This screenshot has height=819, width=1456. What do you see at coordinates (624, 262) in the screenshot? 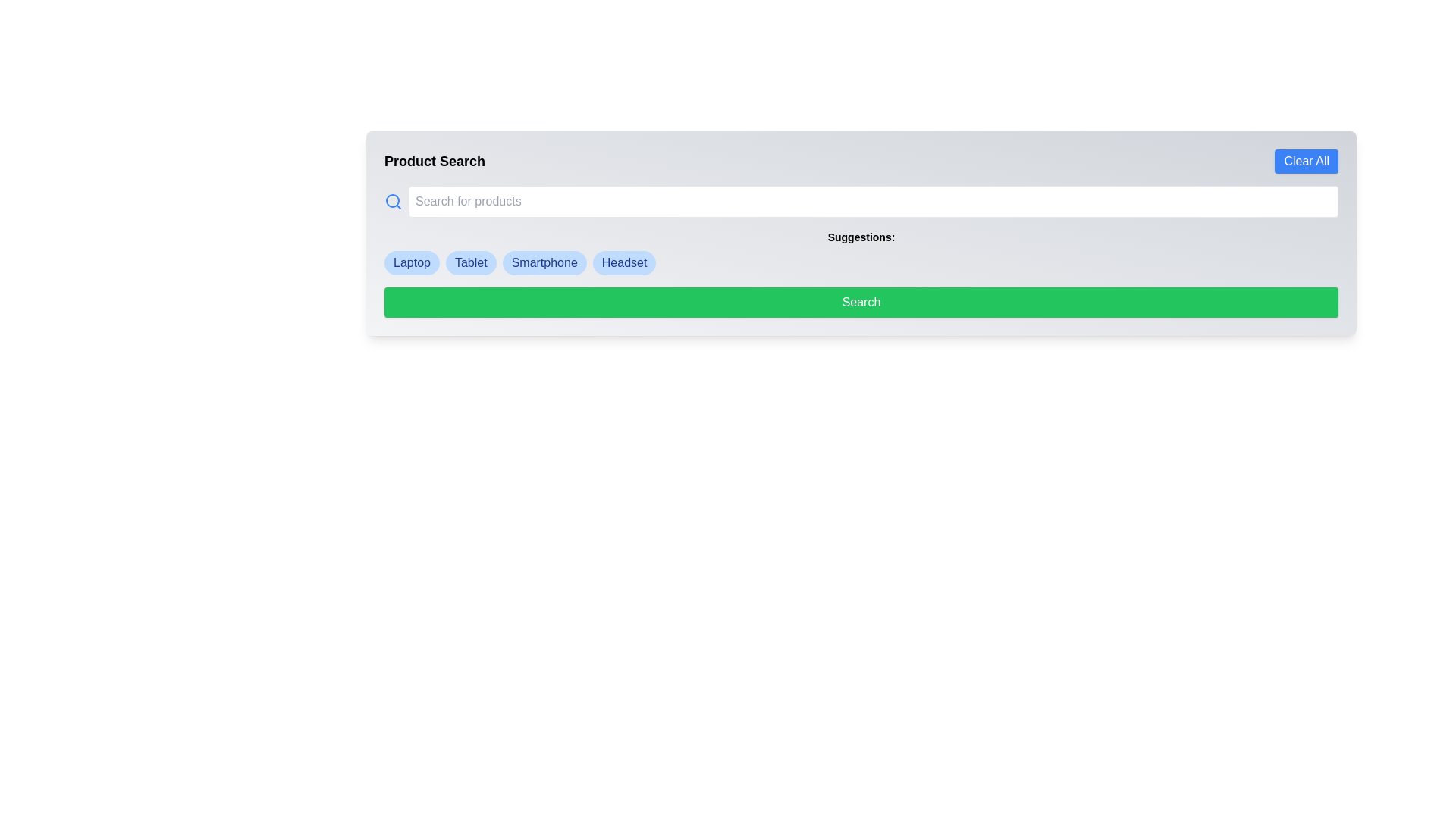
I see `the 'Headset' button-like tag, which is a rounded rectangle with a light blue background and dark blue text, located at the end of a horizontal list of similar elements` at bounding box center [624, 262].